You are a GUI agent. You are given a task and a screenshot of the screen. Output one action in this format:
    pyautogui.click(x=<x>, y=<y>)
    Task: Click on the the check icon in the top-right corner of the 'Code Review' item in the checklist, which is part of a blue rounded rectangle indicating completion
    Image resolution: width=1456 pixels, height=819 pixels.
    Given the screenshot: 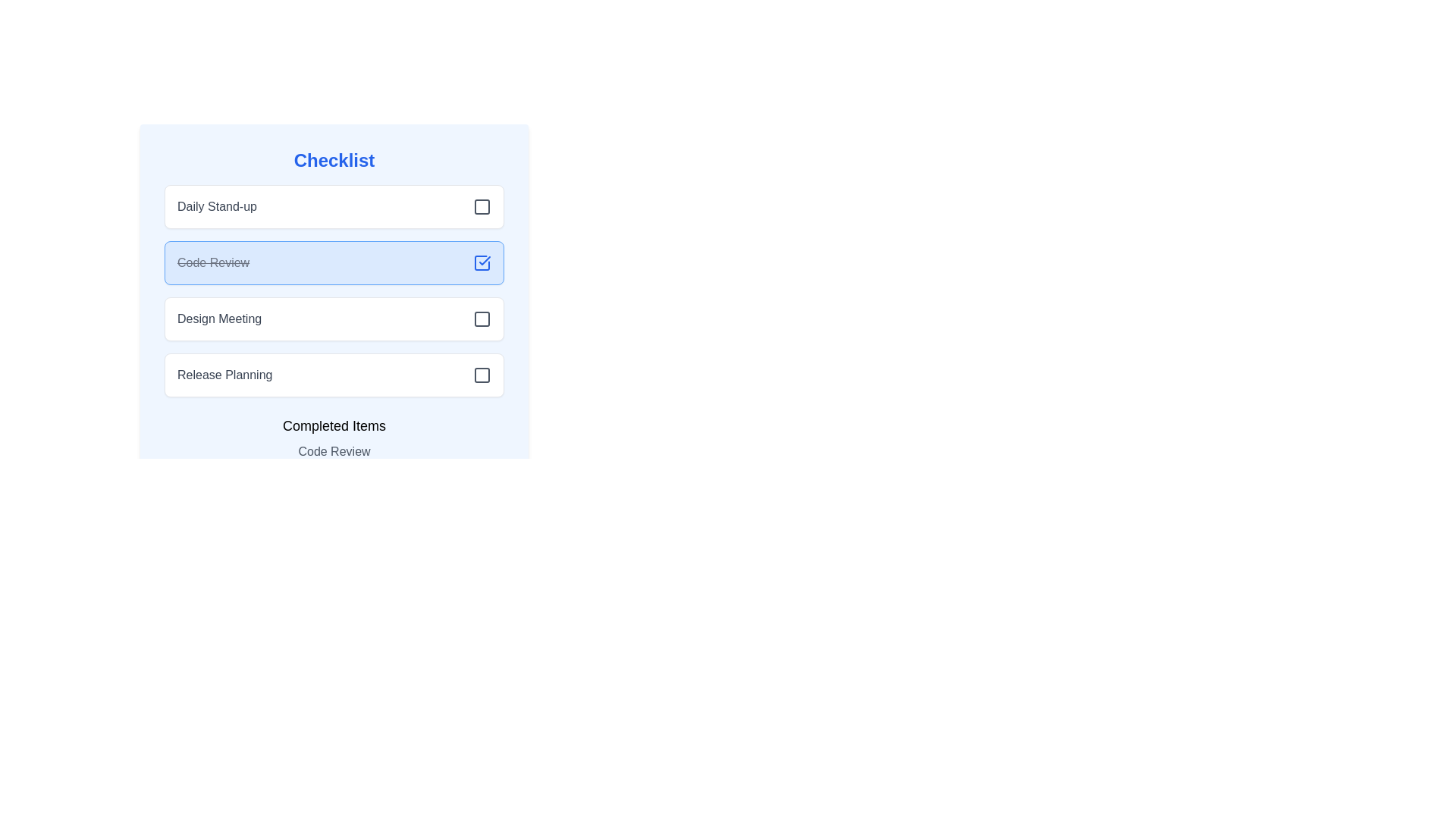 What is the action you would take?
    pyautogui.click(x=481, y=262)
    